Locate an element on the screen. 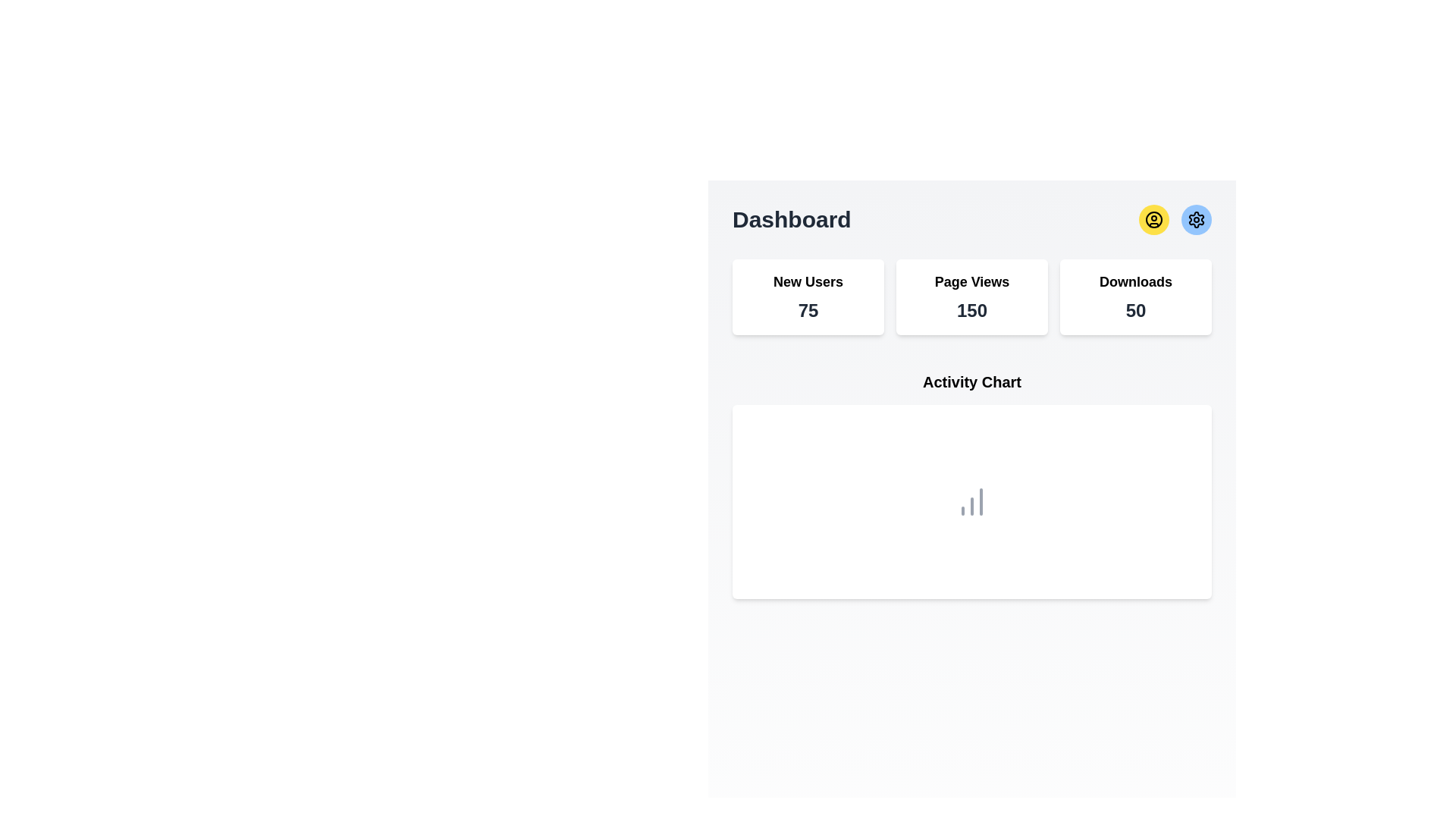 Image resolution: width=1456 pixels, height=819 pixels. the static text element labeled 'Activity Chart' that serves as the title for the section below it is located at coordinates (971, 381).